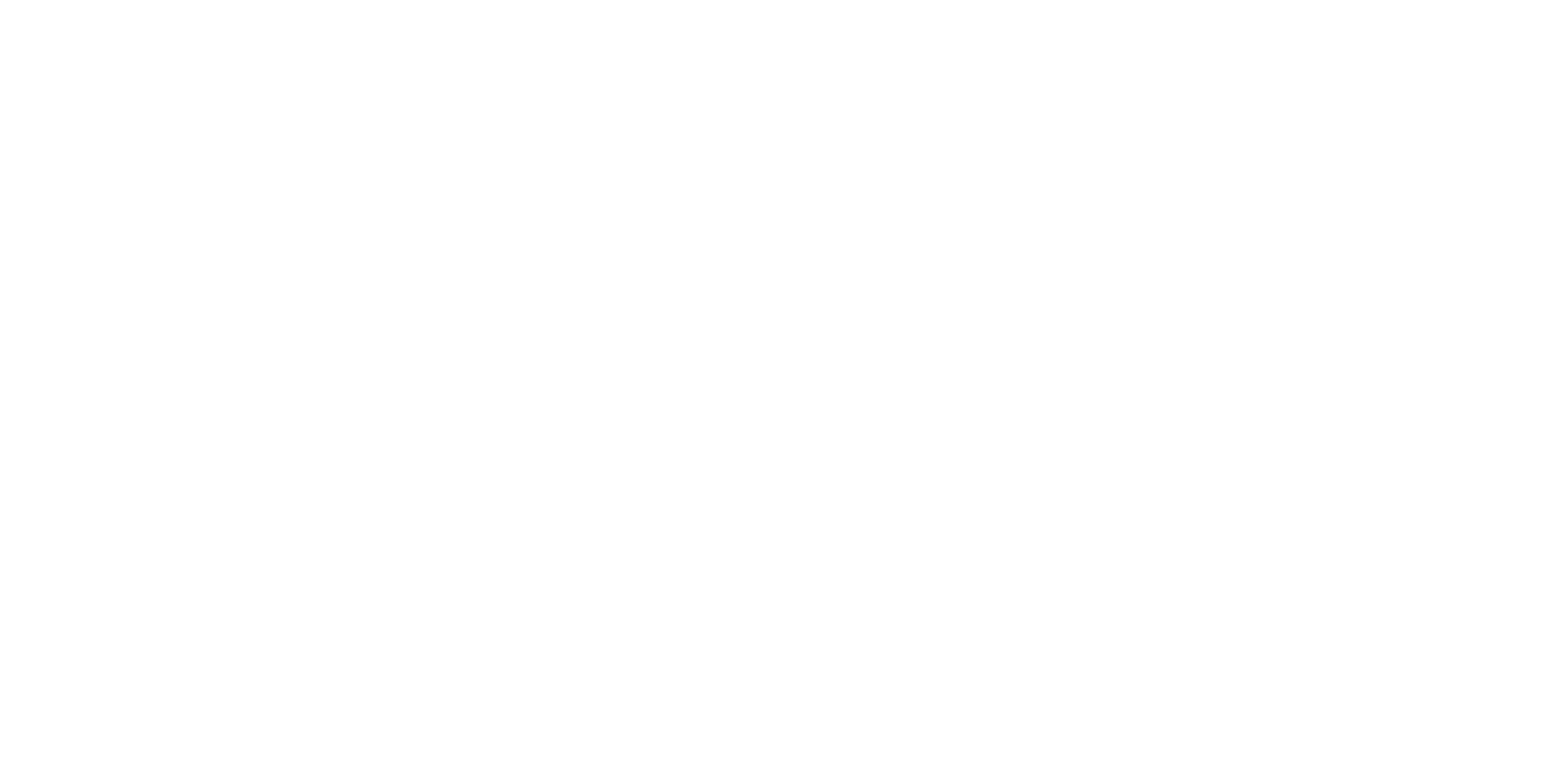 The width and height of the screenshot is (1568, 769). What do you see at coordinates (452, 595) in the screenshot?
I see `'Categories'` at bounding box center [452, 595].